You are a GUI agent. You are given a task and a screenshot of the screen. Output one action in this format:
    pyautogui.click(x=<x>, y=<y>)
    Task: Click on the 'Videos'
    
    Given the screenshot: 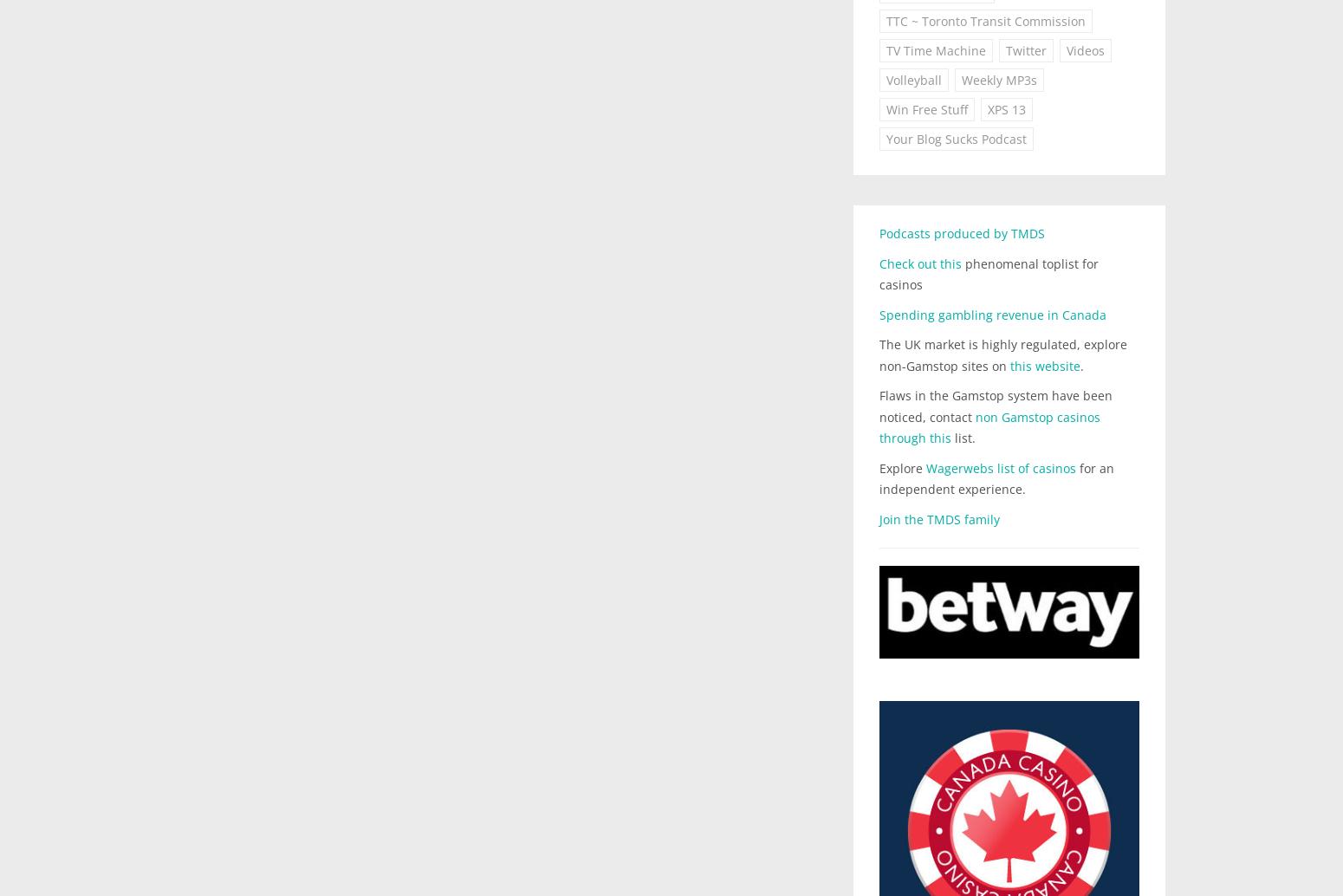 What is the action you would take?
    pyautogui.click(x=1085, y=50)
    